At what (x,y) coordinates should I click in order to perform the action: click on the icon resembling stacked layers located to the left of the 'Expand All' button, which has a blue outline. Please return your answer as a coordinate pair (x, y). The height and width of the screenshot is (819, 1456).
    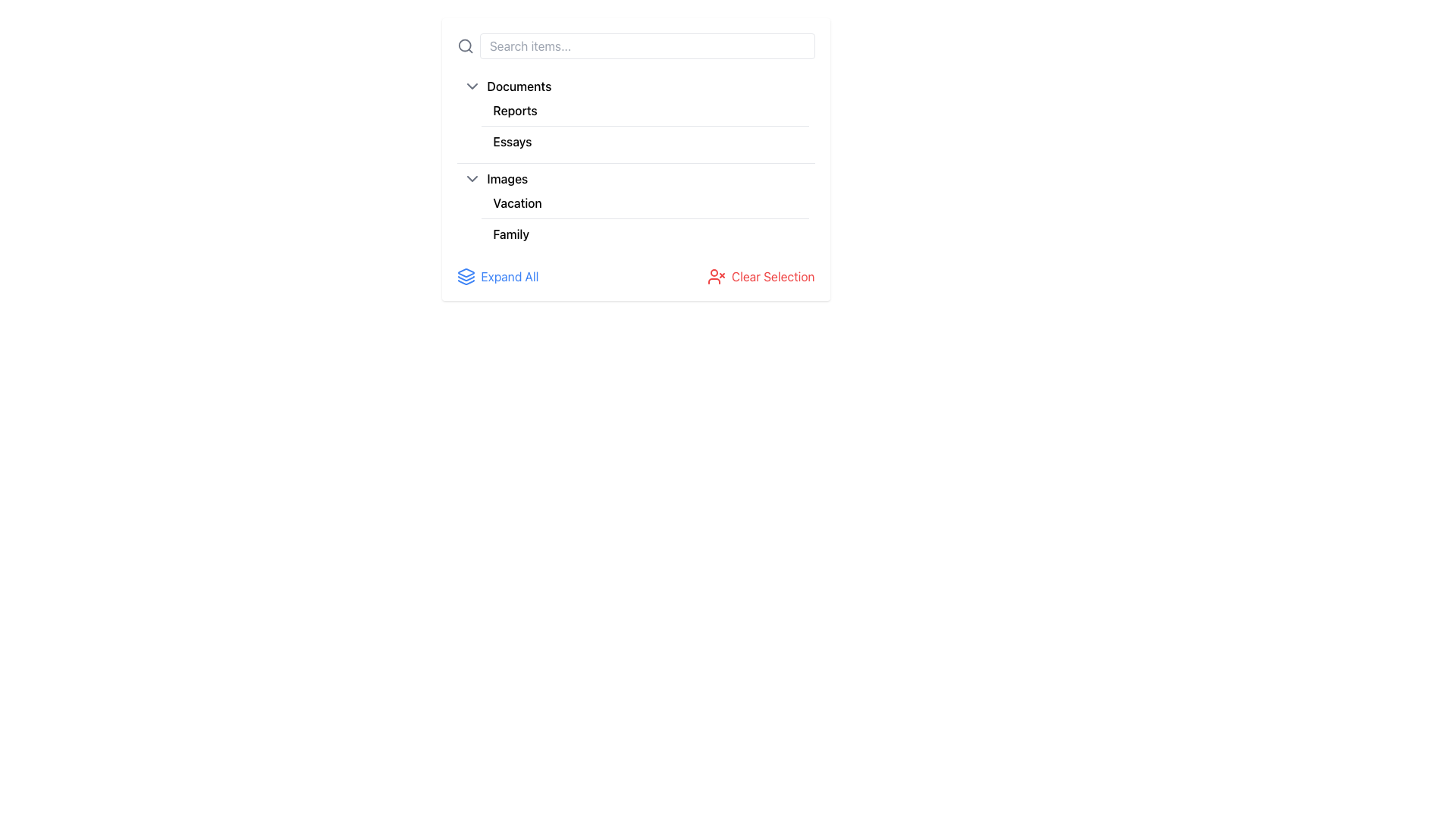
    Looking at the image, I should click on (465, 277).